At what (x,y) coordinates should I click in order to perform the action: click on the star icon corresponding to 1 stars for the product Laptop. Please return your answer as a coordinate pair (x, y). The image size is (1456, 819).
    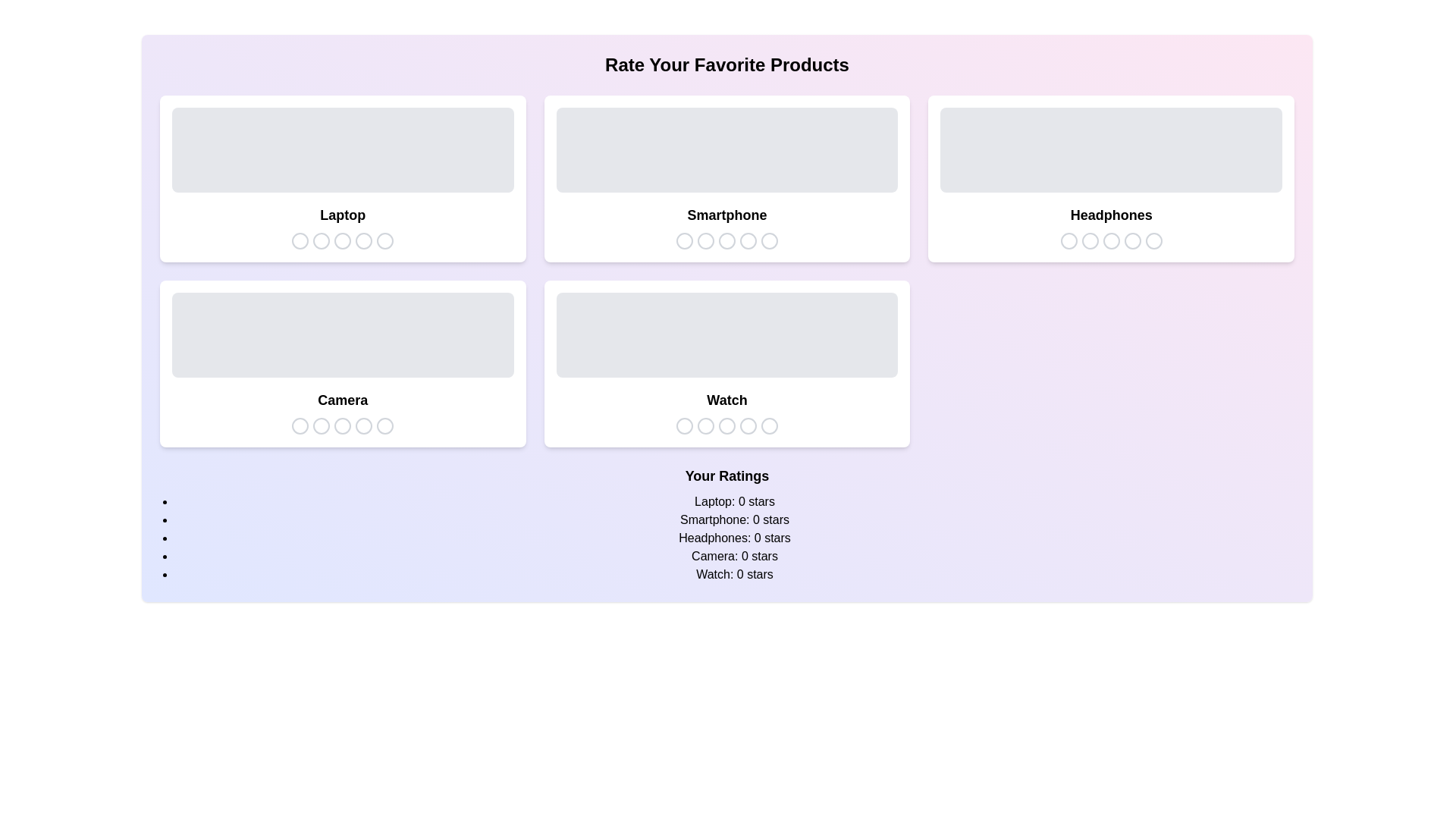
    Looking at the image, I should click on (300, 240).